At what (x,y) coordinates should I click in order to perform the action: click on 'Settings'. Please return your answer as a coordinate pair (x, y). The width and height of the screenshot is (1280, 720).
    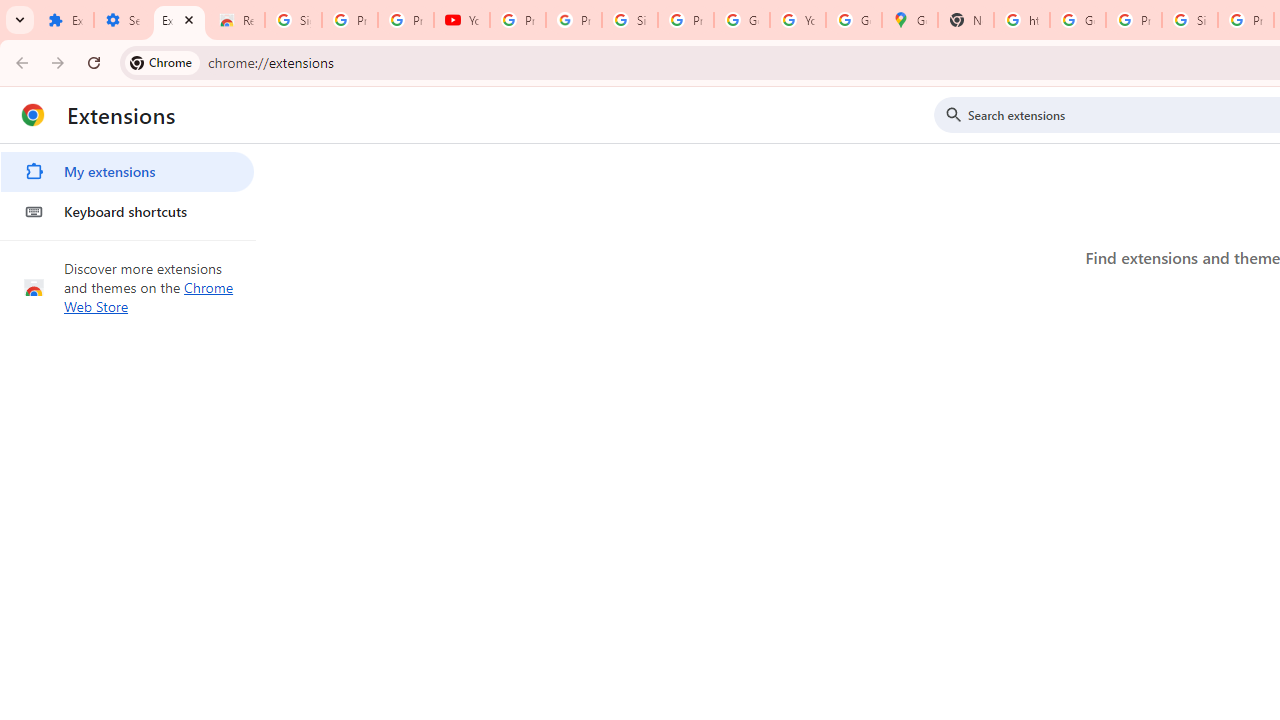
    Looking at the image, I should click on (121, 20).